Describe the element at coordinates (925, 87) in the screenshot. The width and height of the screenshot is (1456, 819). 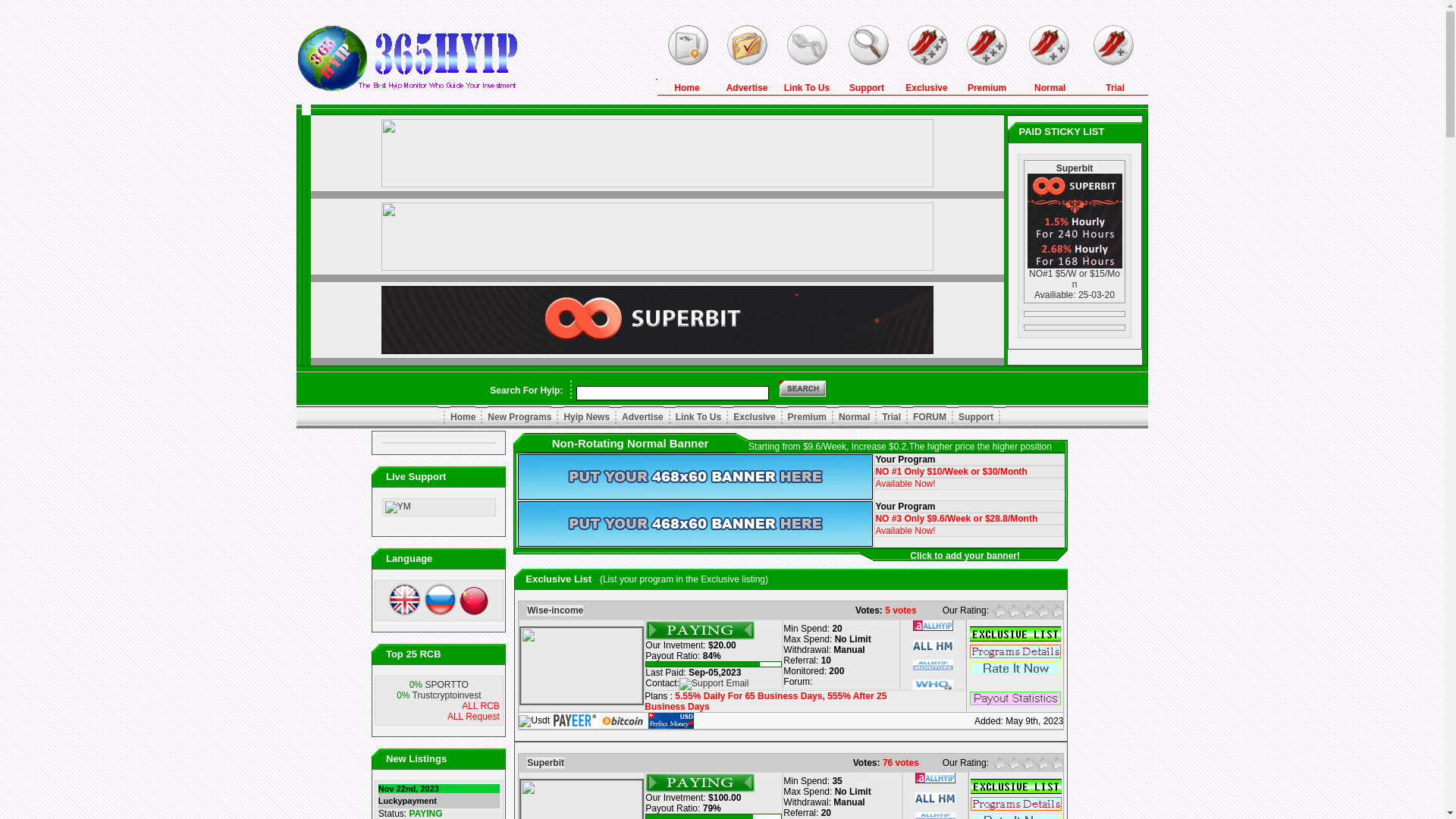
I see `'Exclusive'` at that location.